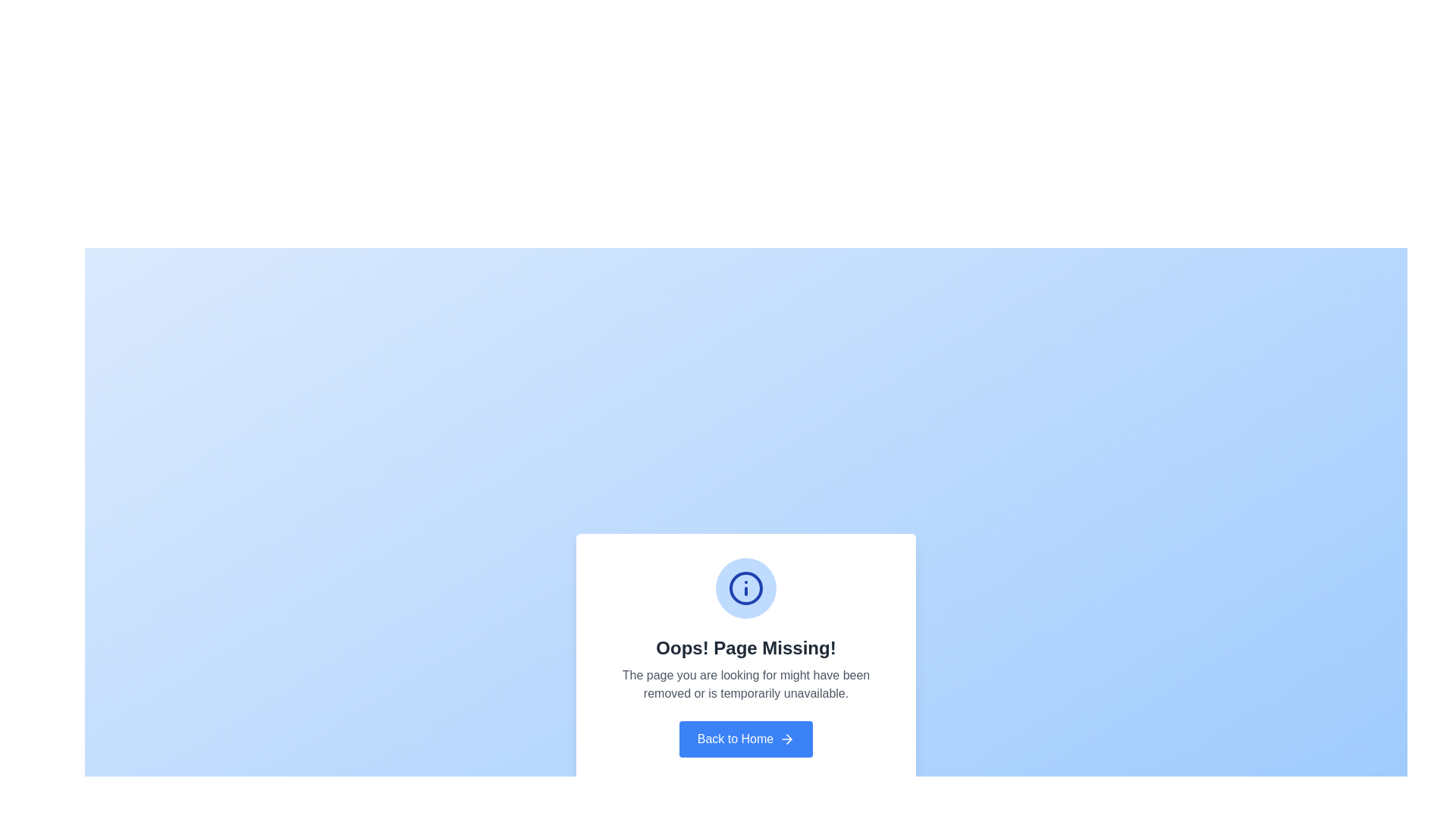 The height and width of the screenshot is (819, 1456). I want to click on the centrally positioned Information Panel that informs the user about a missing page and provides navigation back to the home page, so click(745, 657).